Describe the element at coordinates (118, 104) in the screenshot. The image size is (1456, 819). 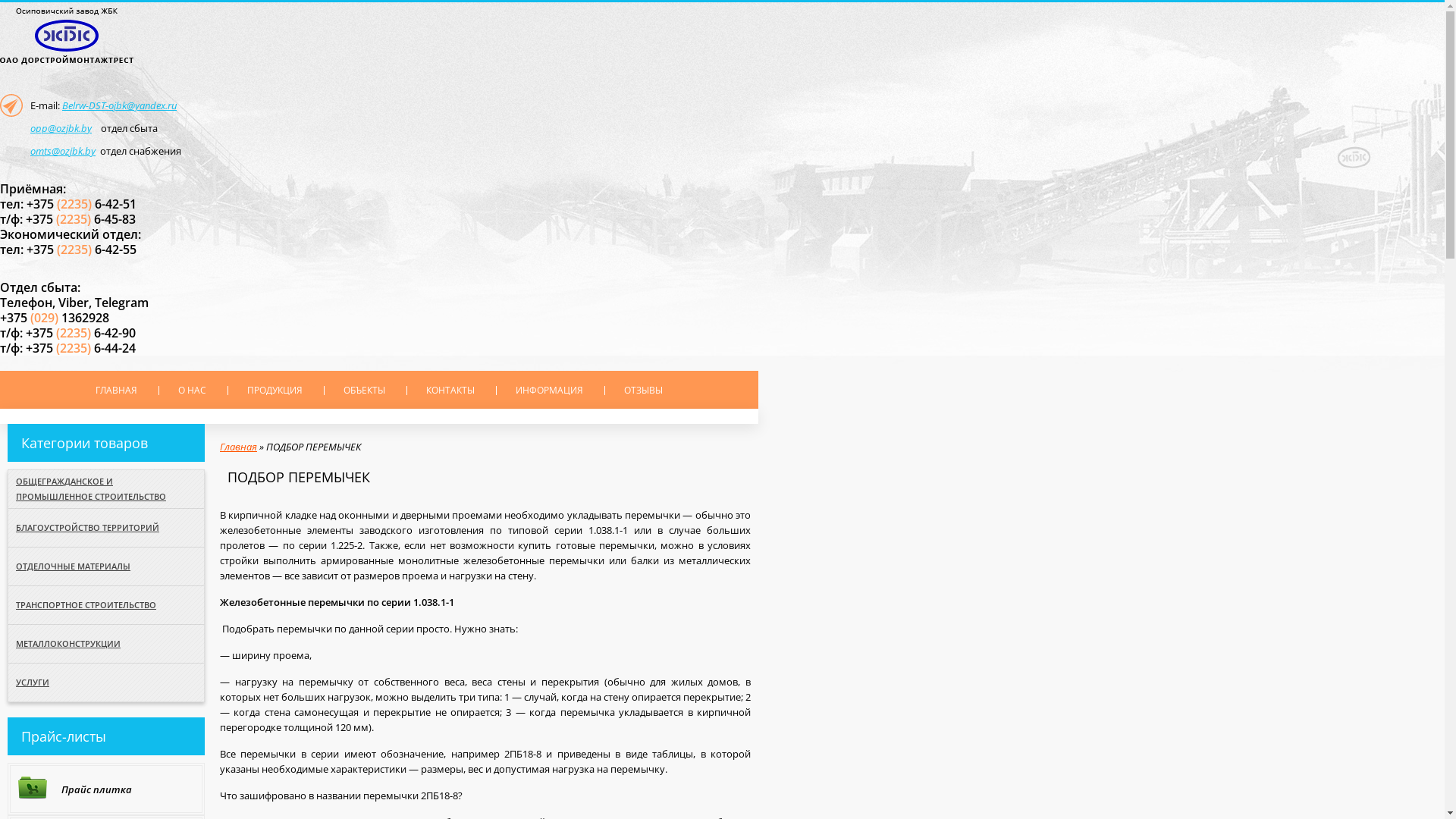
I see `'Belrw-DST-ojbk@yandex.ru'` at that location.